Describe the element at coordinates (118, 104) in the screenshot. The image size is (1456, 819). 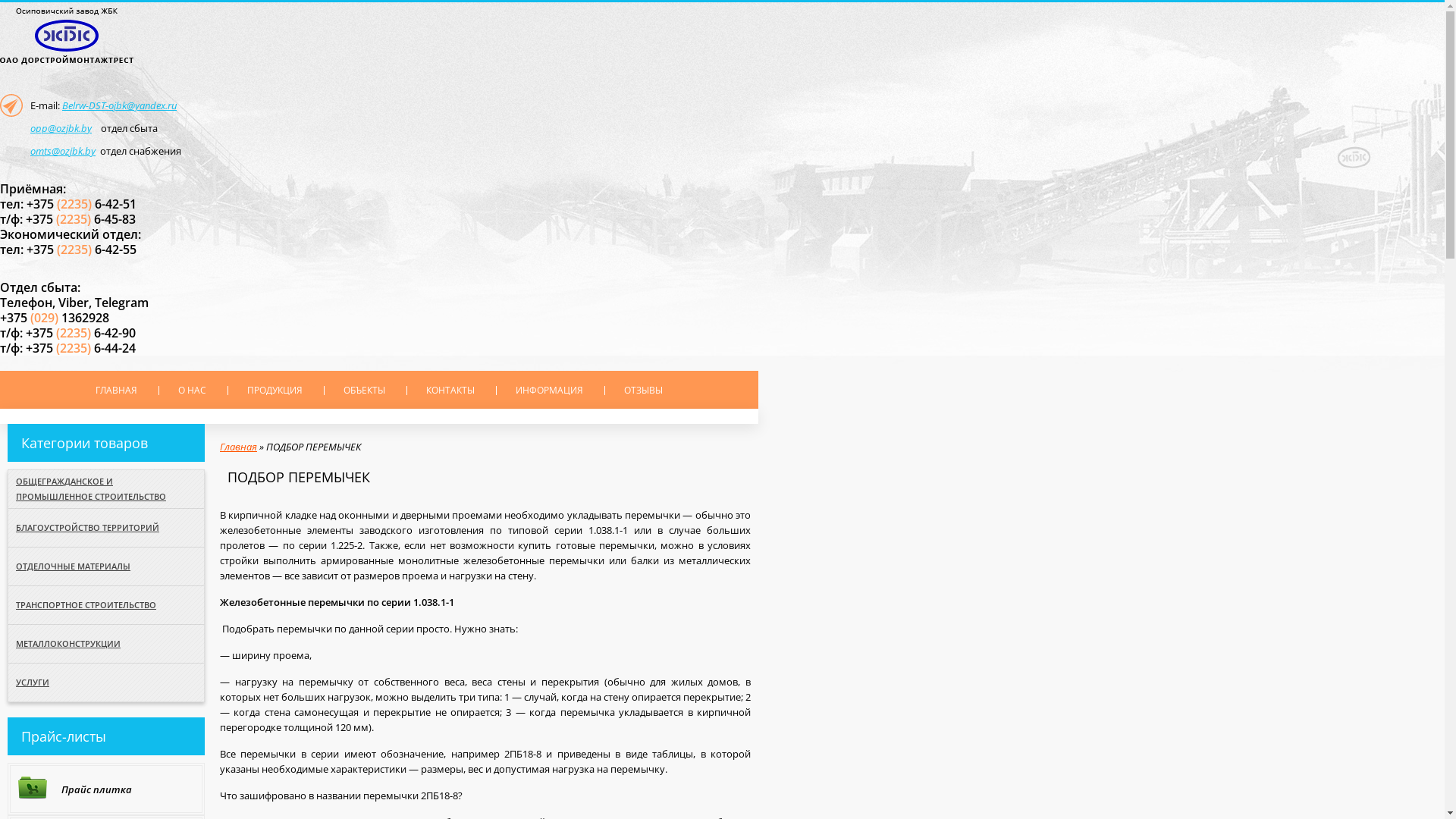
I see `'Belrw-DST-ojbk@yandex.ru'` at that location.